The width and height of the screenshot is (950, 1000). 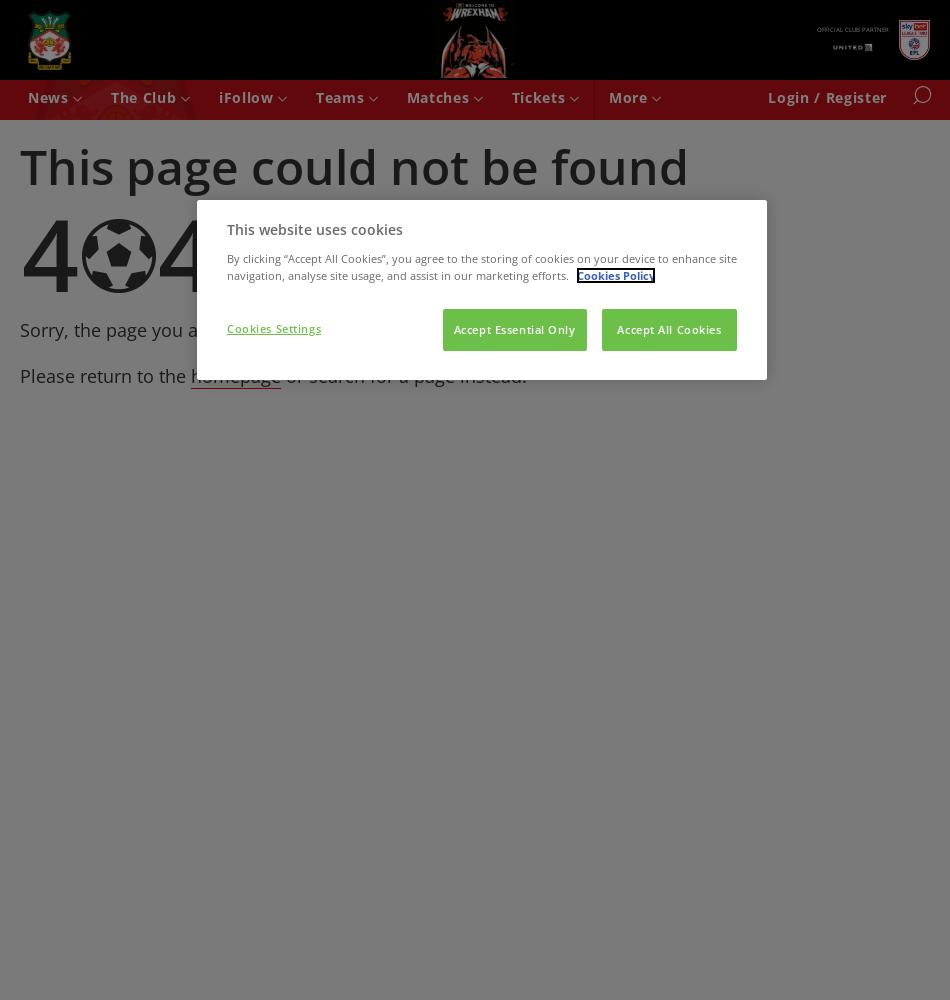 What do you see at coordinates (439, 96) in the screenshot?
I see `'Matches'` at bounding box center [439, 96].